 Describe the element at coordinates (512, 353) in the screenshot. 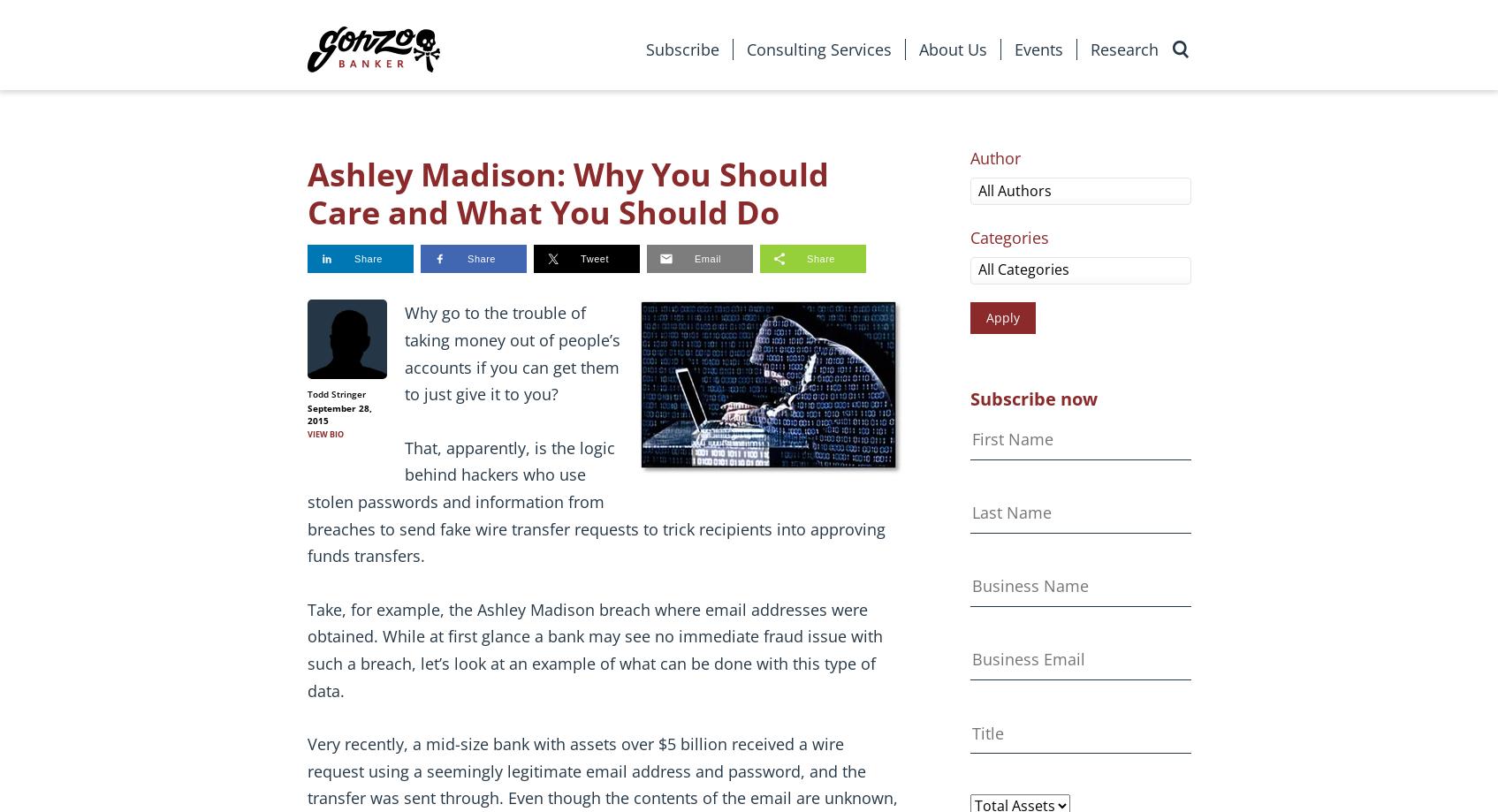

I see `'Why go to the trouble of taking money out of people’s accounts if you can get them to just give it to you?'` at that location.